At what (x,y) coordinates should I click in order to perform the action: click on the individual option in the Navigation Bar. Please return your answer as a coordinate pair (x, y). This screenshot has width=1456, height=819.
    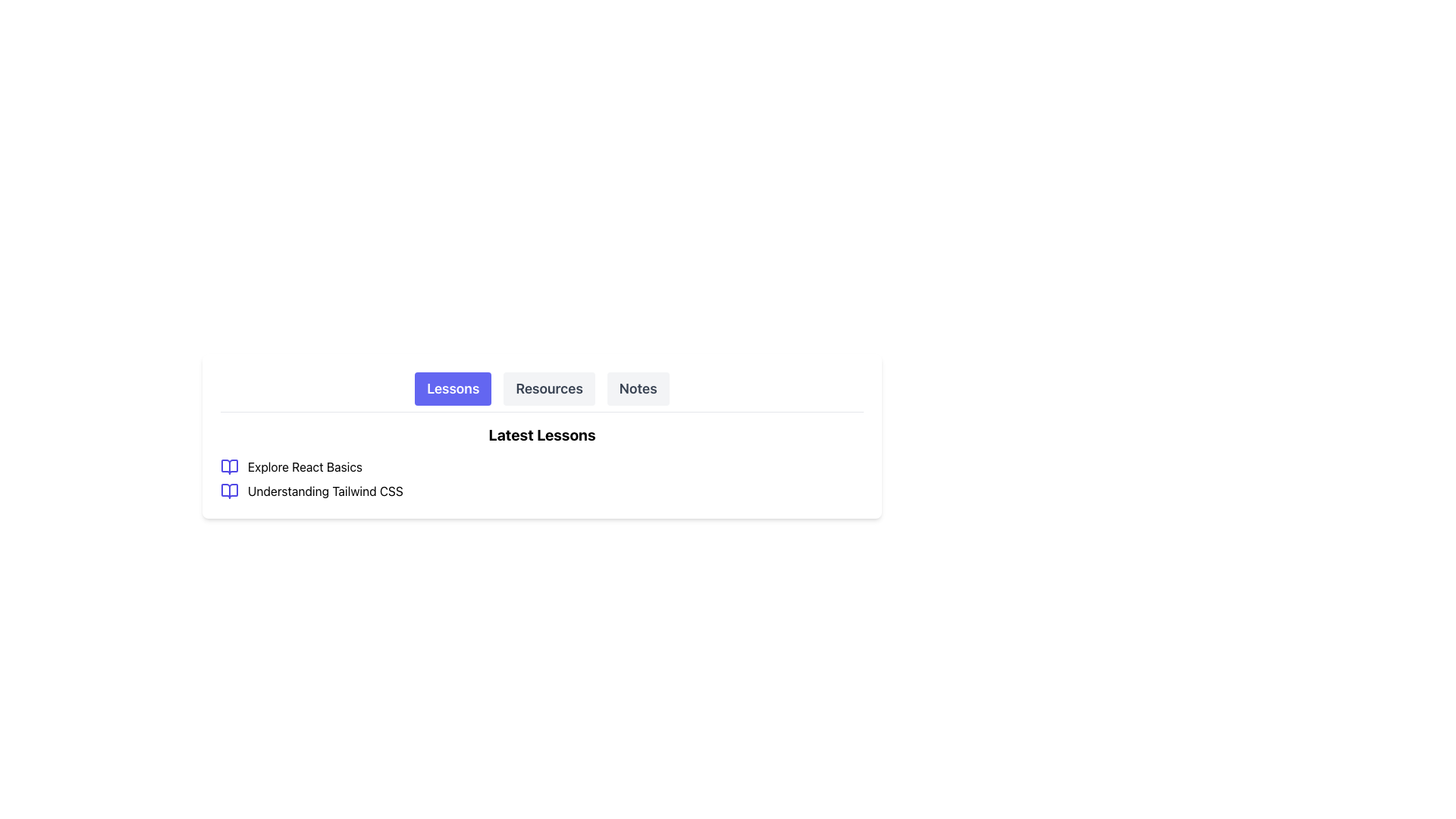
    Looking at the image, I should click on (542, 391).